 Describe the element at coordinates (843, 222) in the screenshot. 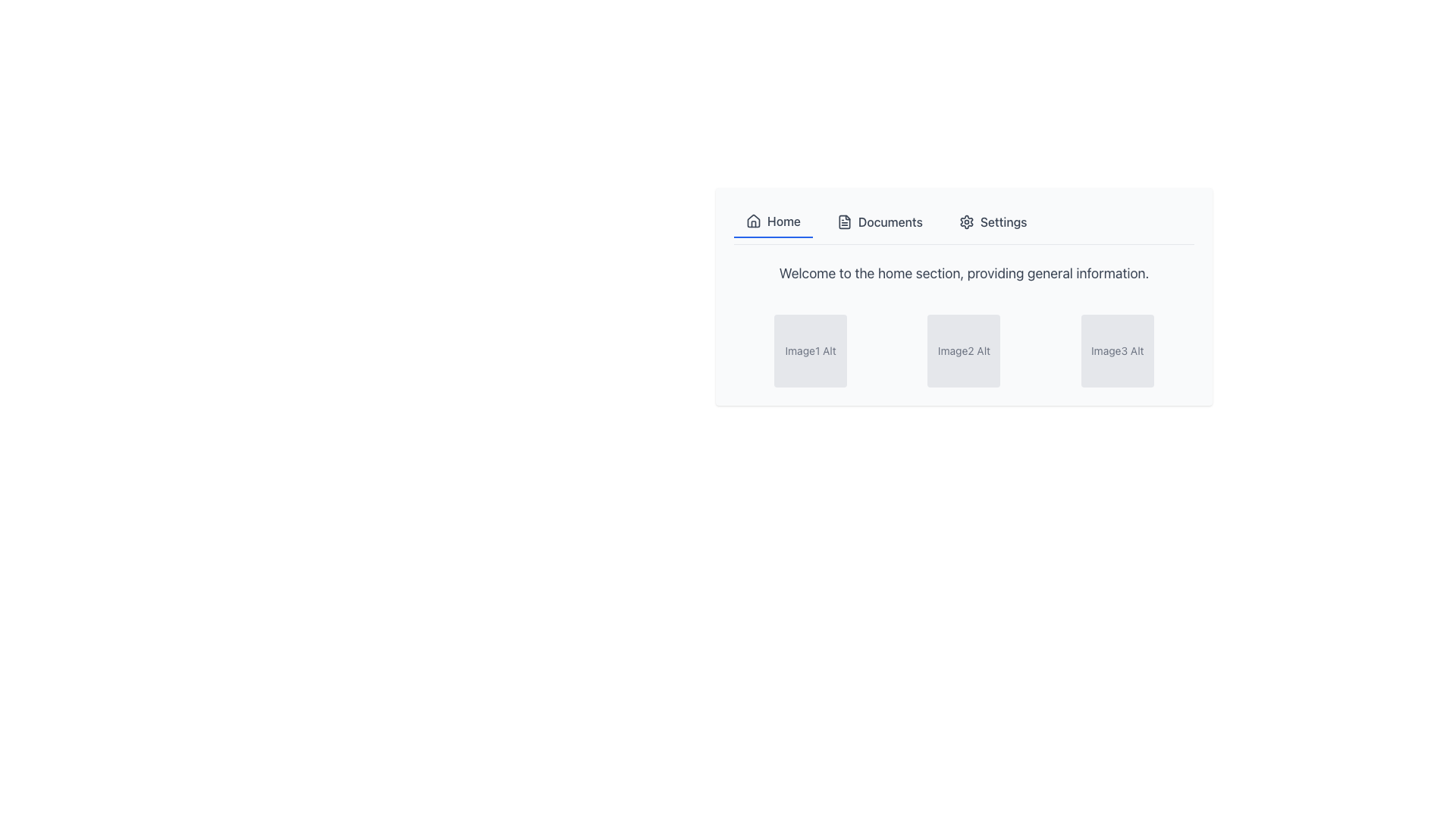

I see `the 'Documents' navigation icon located in the navigation bar, positioned as the second icon between 'Home' and 'Settings'` at that location.